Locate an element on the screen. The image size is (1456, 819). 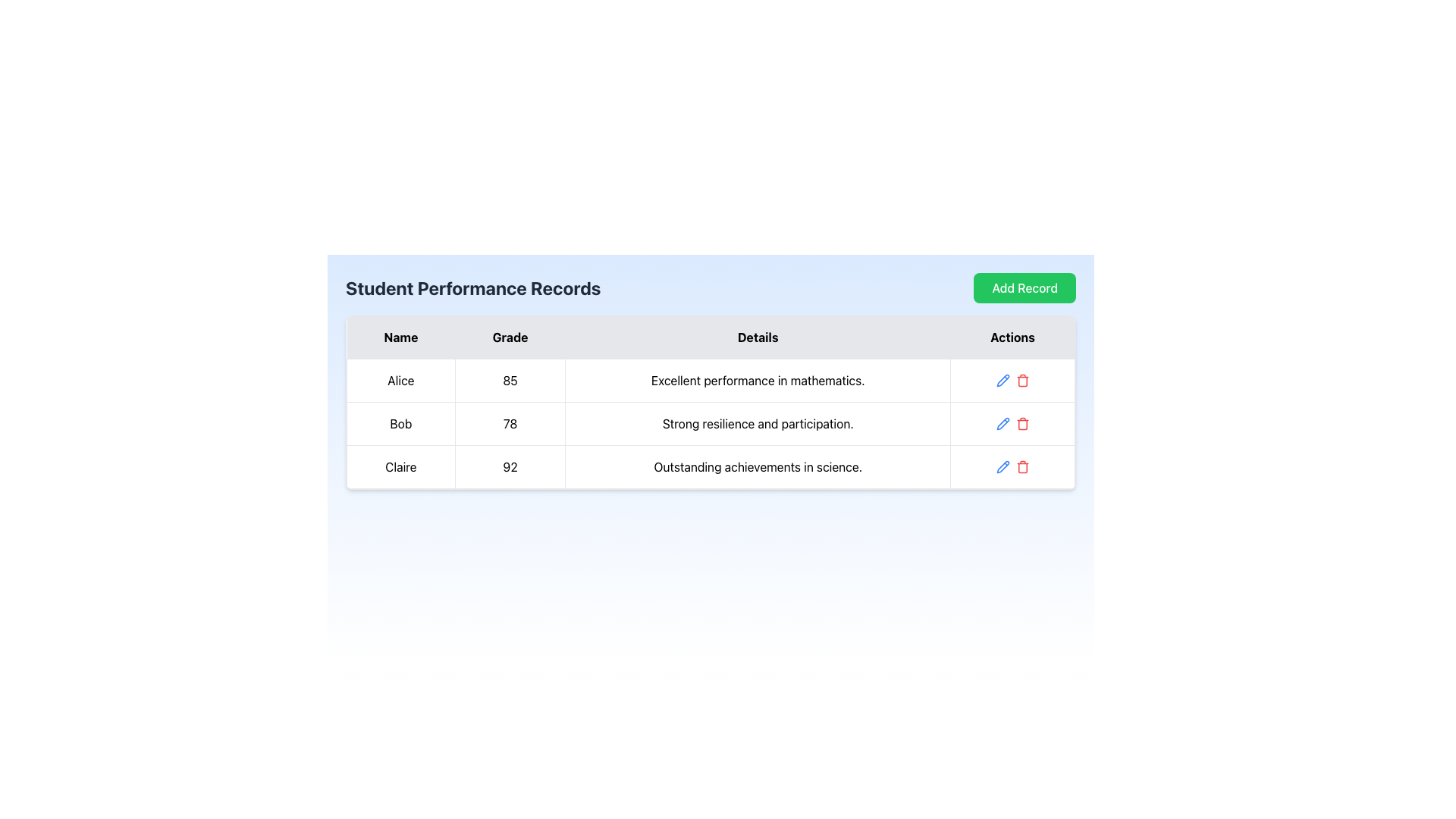
the text label displaying the grade '85' for Alice, located in the second column of the first row of the tabular structure under the 'Grade' column header is located at coordinates (510, 379).